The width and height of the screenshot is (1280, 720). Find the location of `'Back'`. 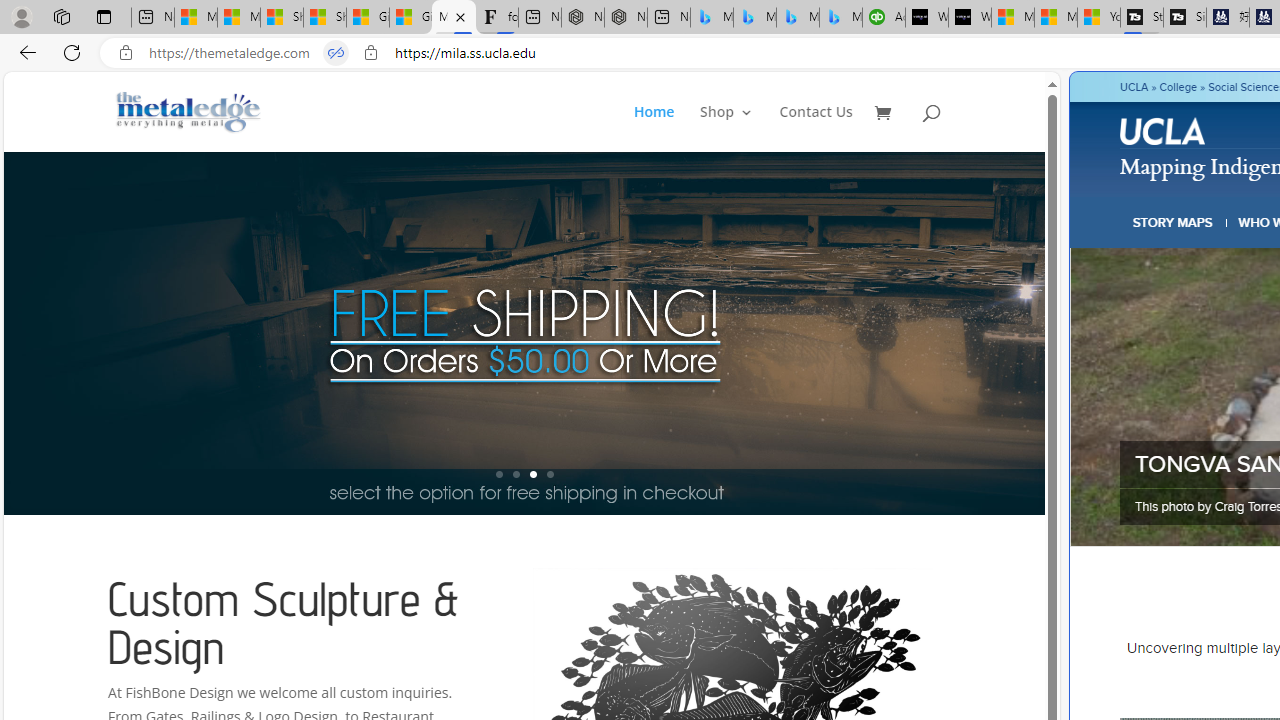

'Back' is located at coordinates (24, 51).